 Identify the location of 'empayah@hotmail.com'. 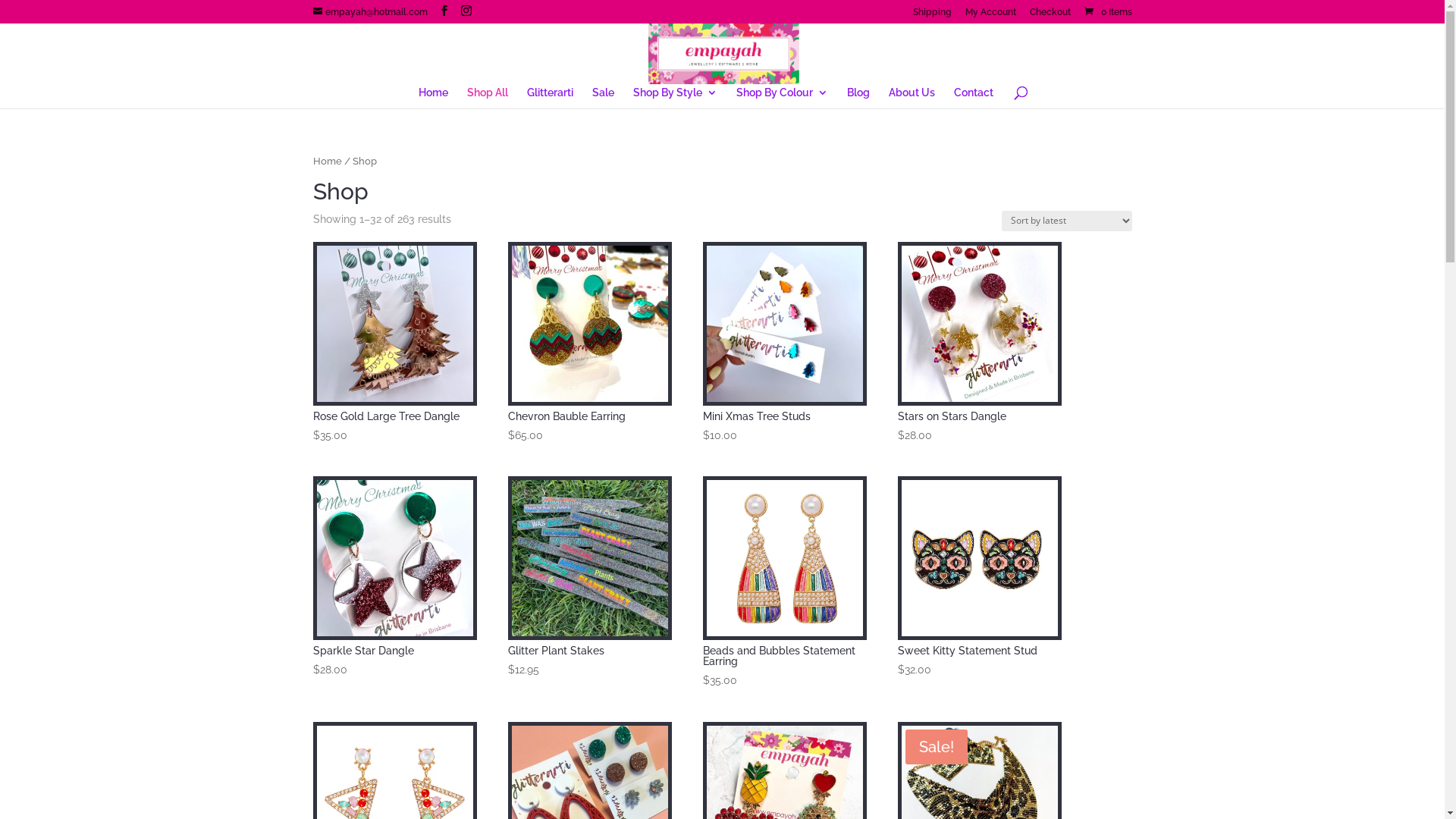
(369, 11).